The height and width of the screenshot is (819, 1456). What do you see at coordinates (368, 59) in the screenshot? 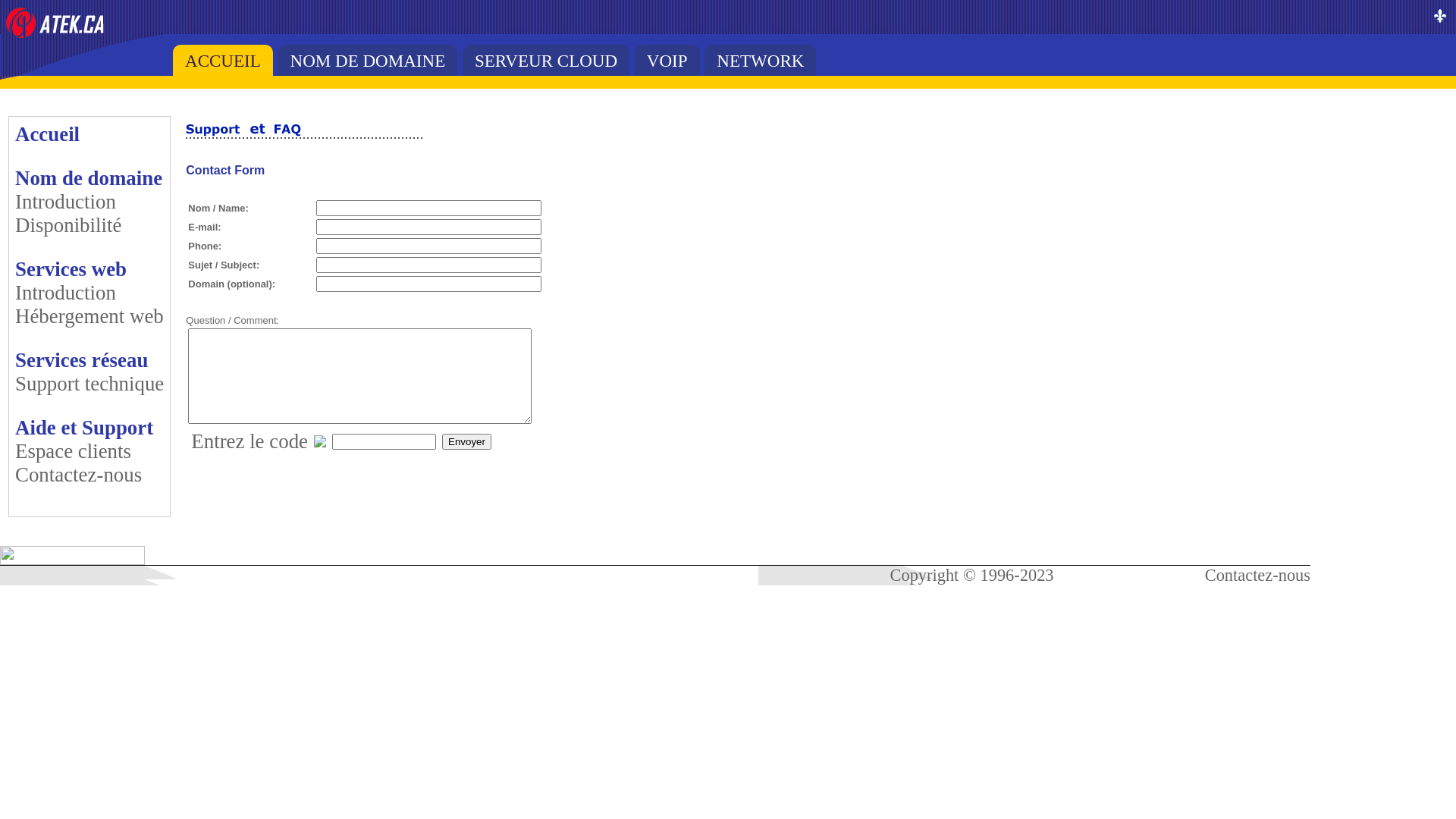
I see `'NOM DE DOMAINE'` at bounding box center [368, 59].